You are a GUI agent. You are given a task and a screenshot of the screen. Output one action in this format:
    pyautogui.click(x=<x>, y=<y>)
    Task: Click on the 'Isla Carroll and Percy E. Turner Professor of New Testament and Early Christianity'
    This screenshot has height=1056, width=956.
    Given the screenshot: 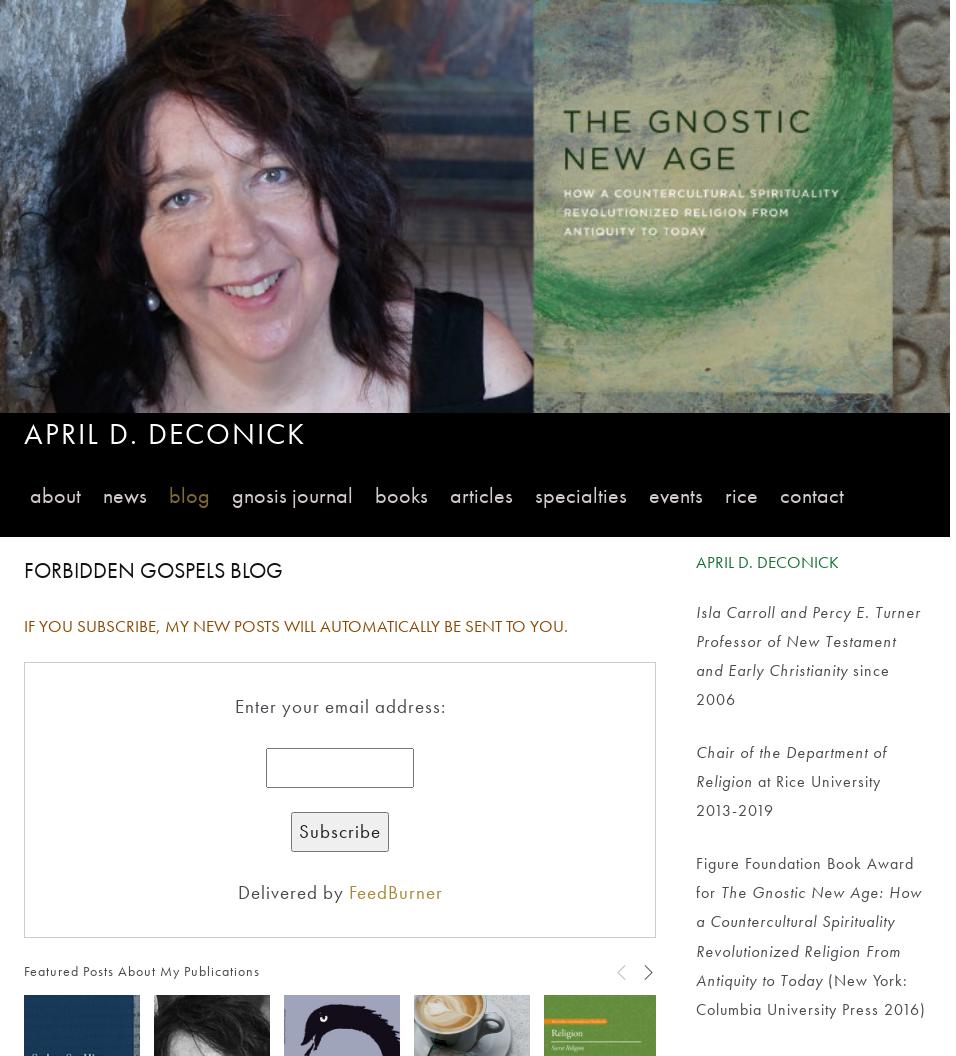 What is the action you would take?
    pyautogui.click(x=809, y=639)
    